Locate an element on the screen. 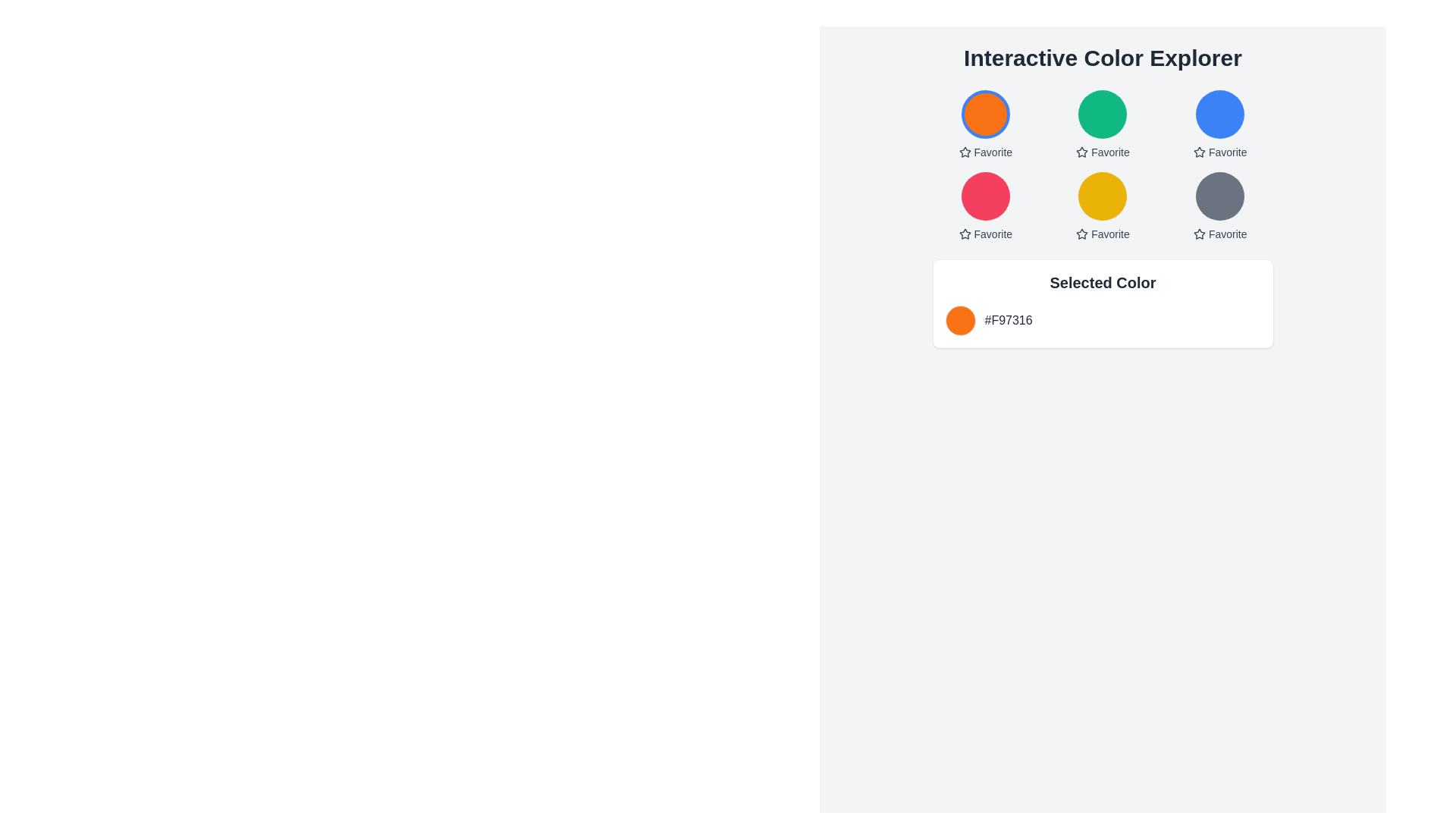  the star icon located in the second row of the color selector grid is located at coordinates (1081, 234).